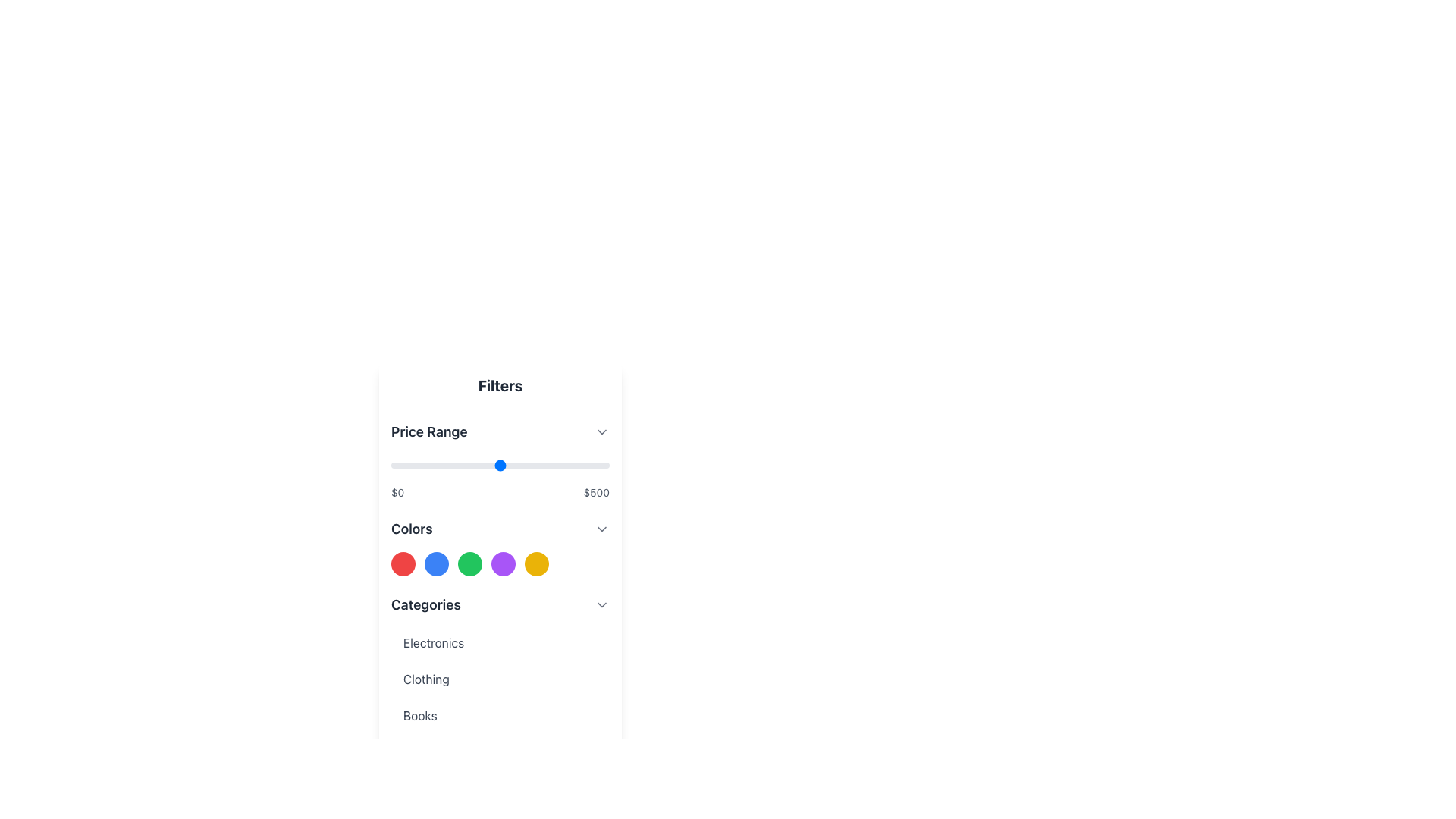 The width and height of the screenshot is (1456, 819). What do you see at coordinates (500, 385) in the screenshot?
I see `the Text Label at the top of the sidebar, which serves as a header for the filters available below it` at bounding box center [500, 385].